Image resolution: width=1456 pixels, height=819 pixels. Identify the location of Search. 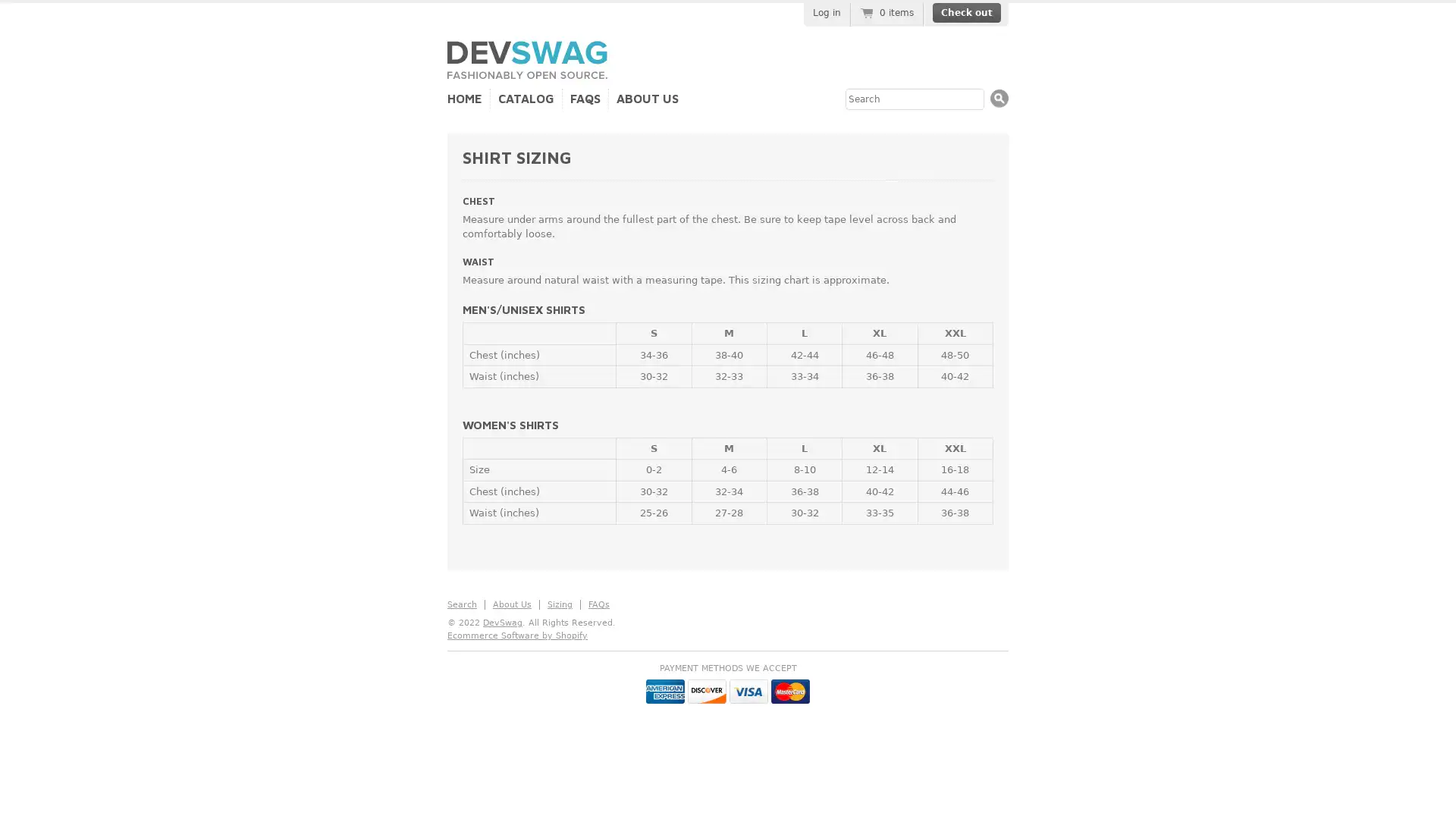
(999, 98).